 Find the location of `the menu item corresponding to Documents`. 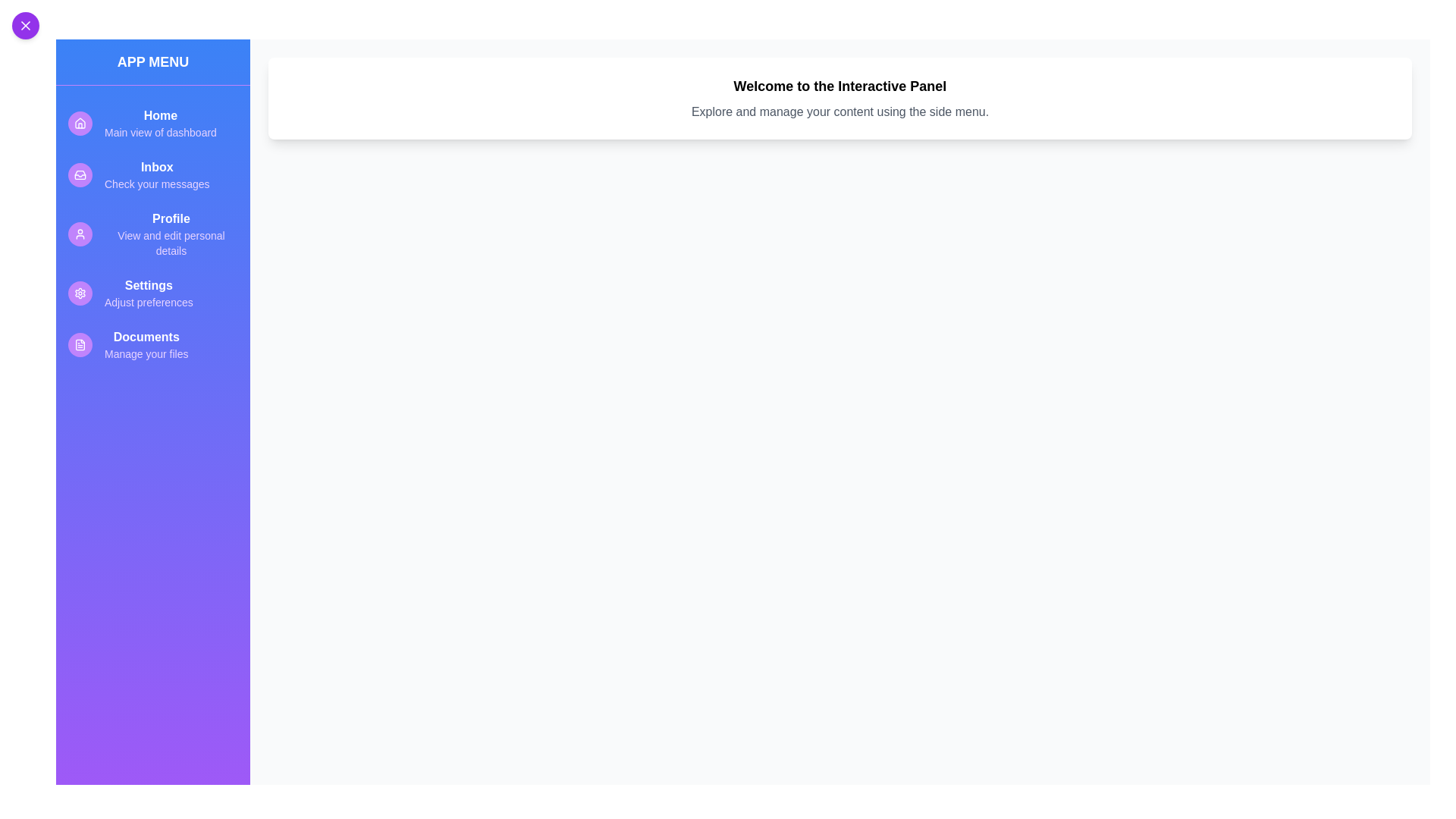

the menu item corresponding to Documents is located at coordinates (152, 345).